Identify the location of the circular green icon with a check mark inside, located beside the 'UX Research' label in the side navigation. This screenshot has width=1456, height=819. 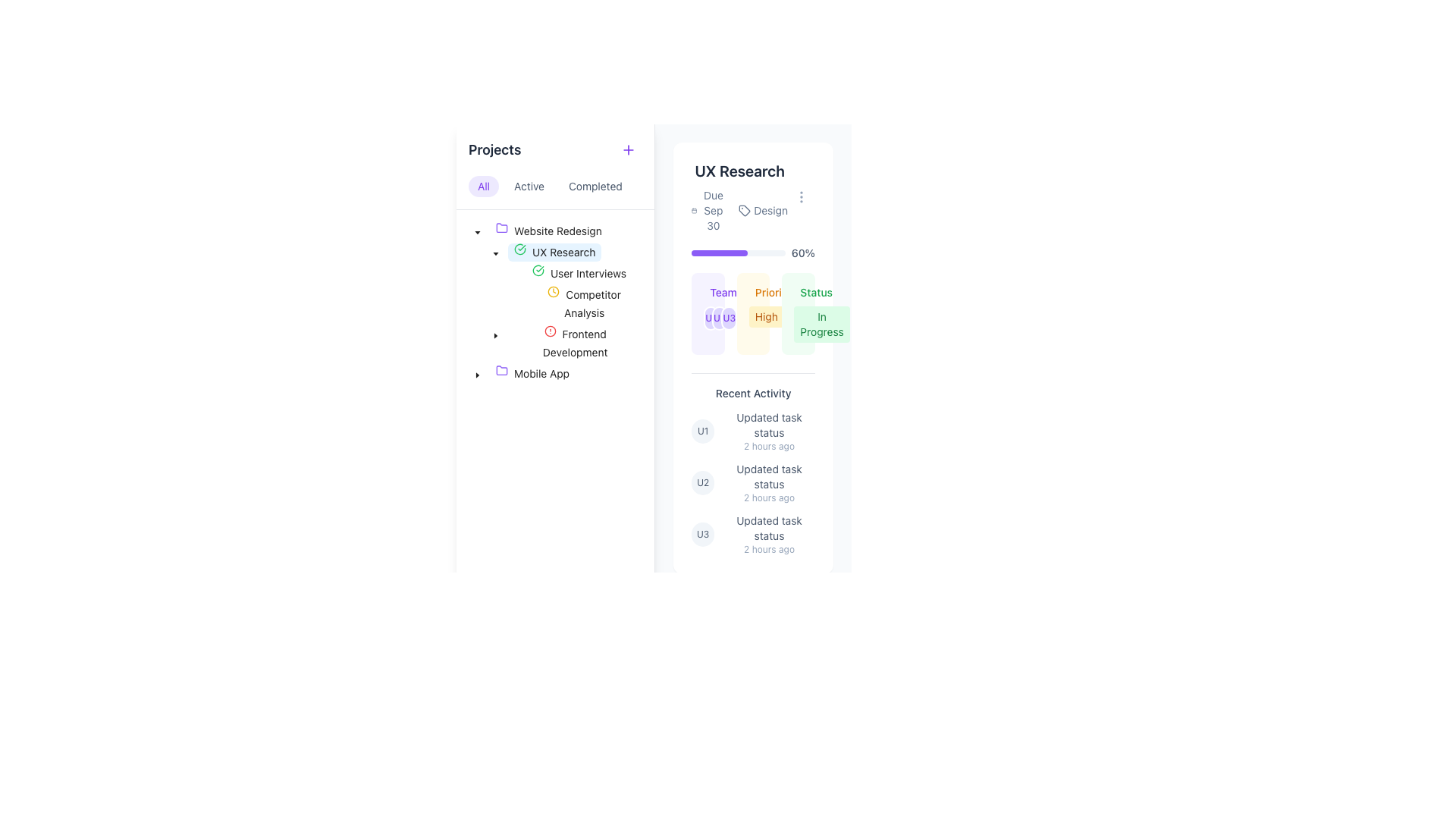
(520, 248).